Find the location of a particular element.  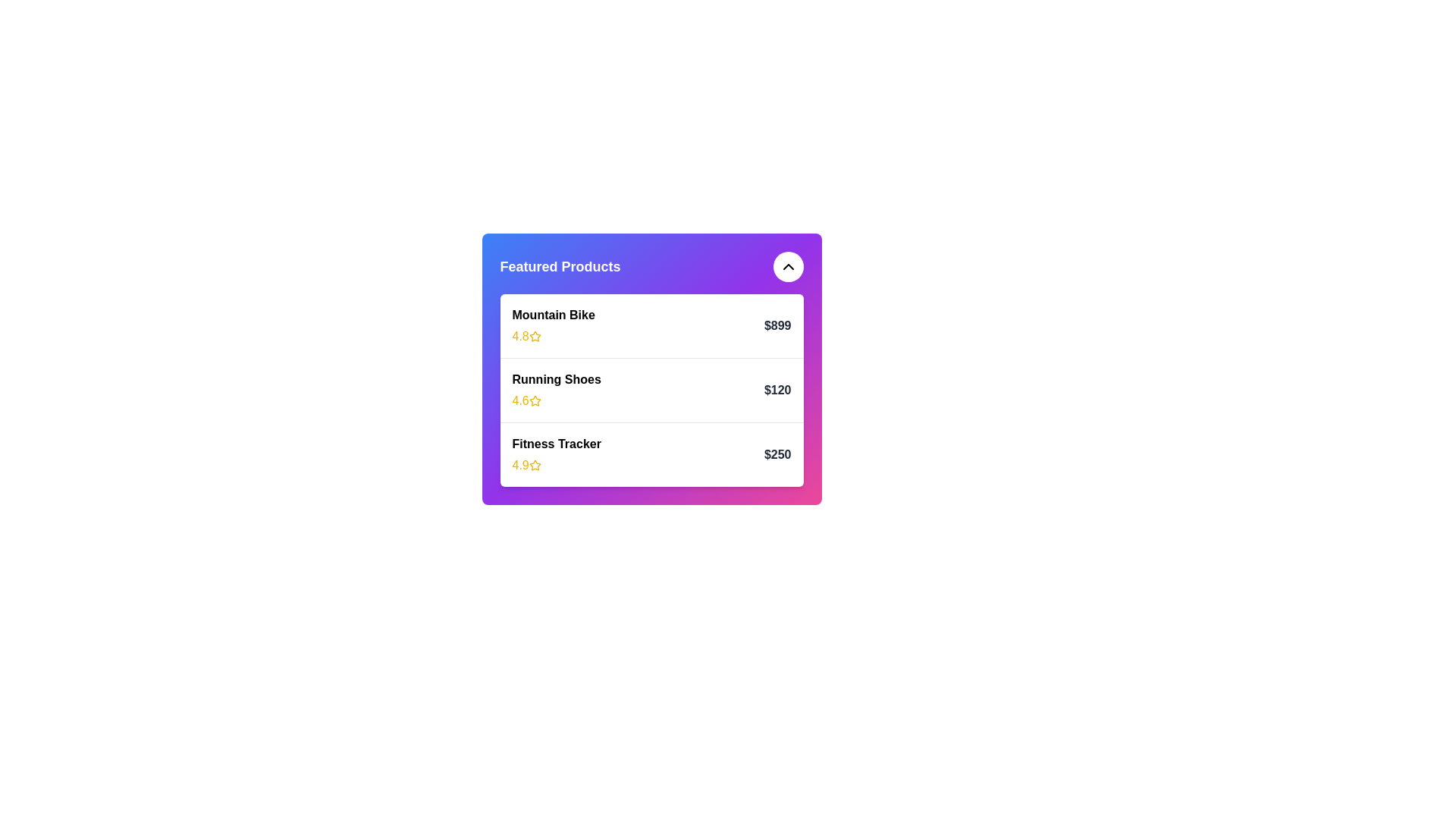

the title text element identifying the product 'Mountain Bike', which is located at the upper part of its card component above the rating and price information is located at coordinates (553, 315).